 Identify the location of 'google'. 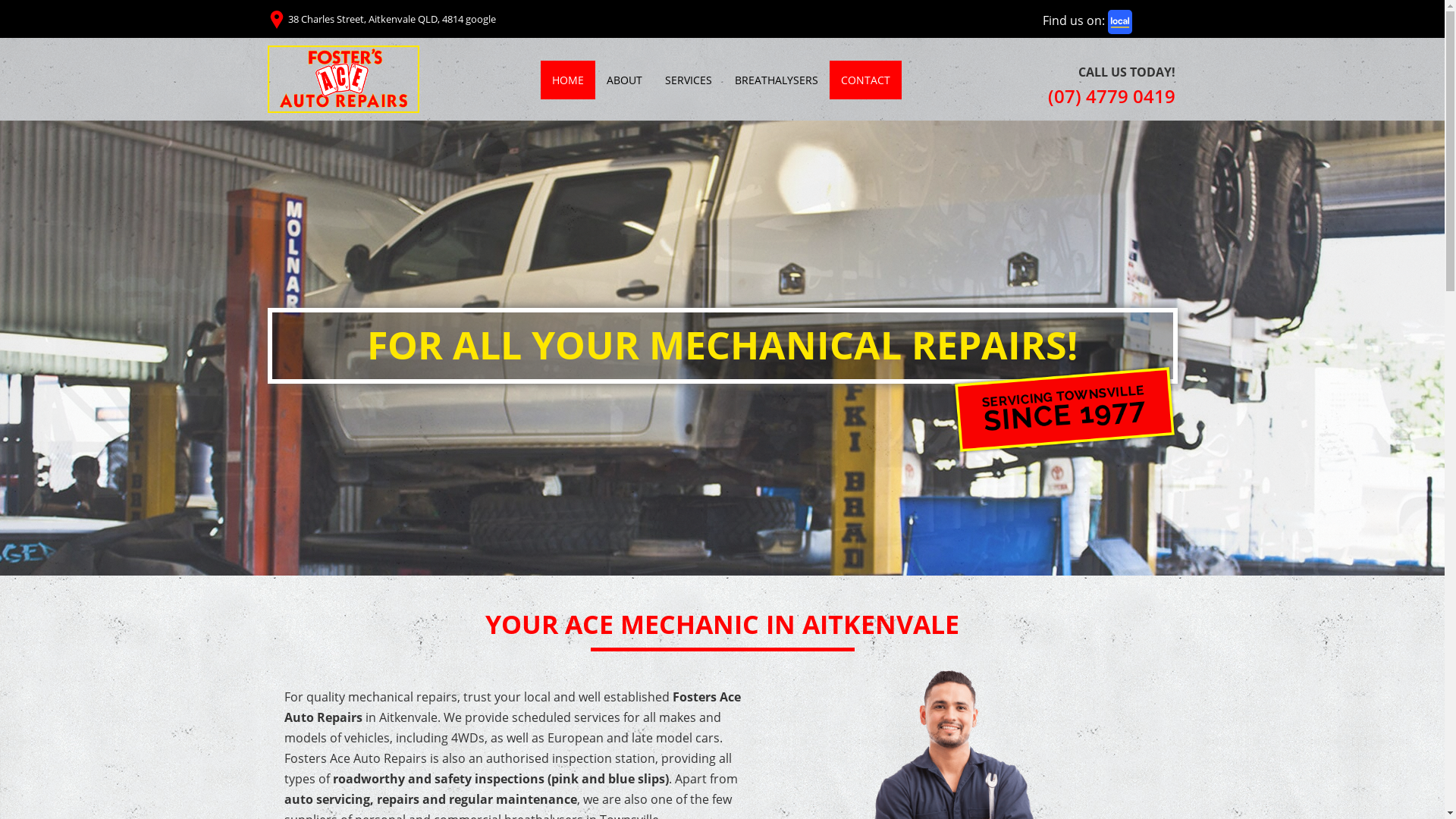
(479, 18).